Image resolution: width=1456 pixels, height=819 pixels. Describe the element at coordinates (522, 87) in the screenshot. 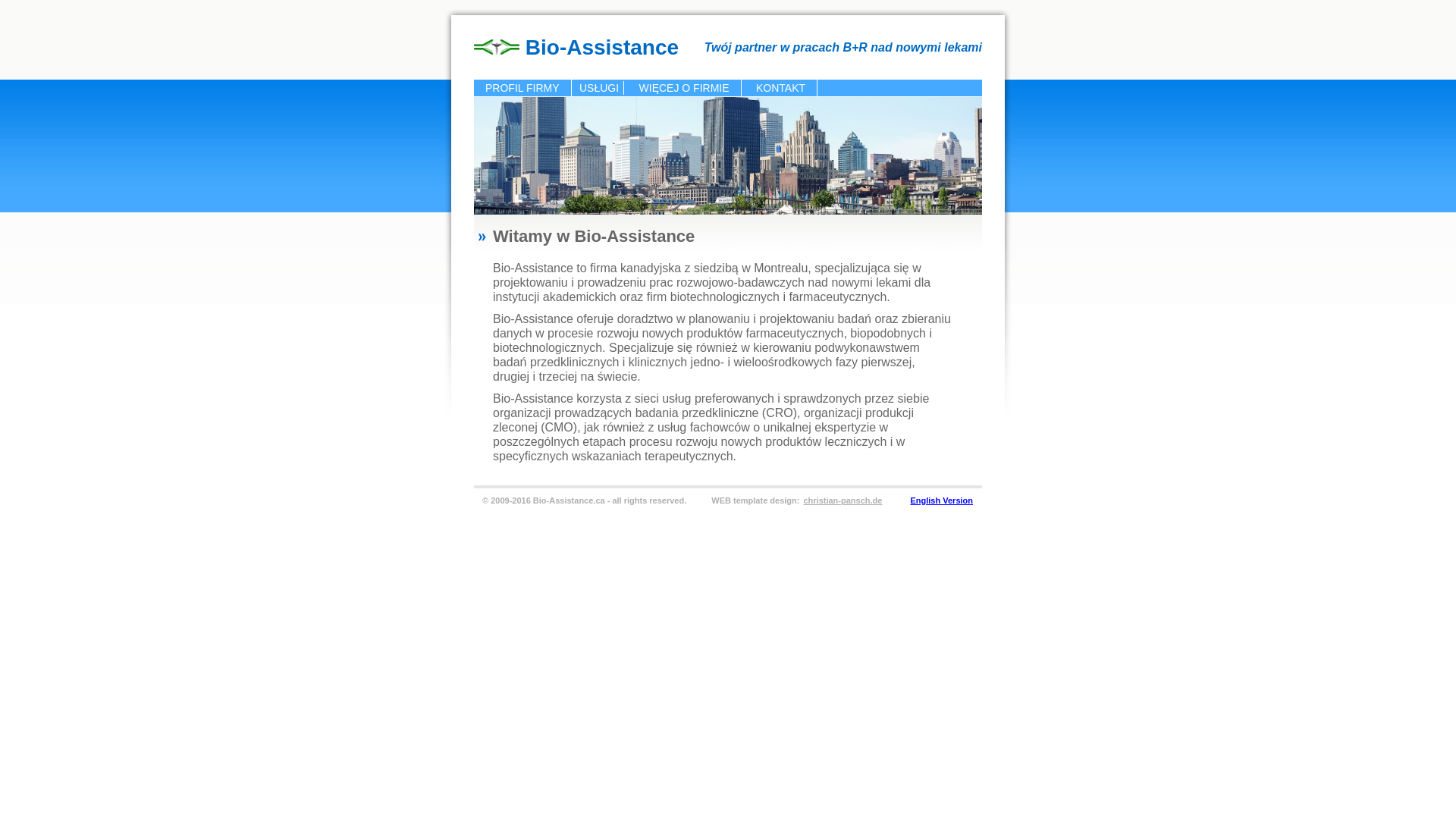

I see `'PROFIL FIRMY'` at that location.